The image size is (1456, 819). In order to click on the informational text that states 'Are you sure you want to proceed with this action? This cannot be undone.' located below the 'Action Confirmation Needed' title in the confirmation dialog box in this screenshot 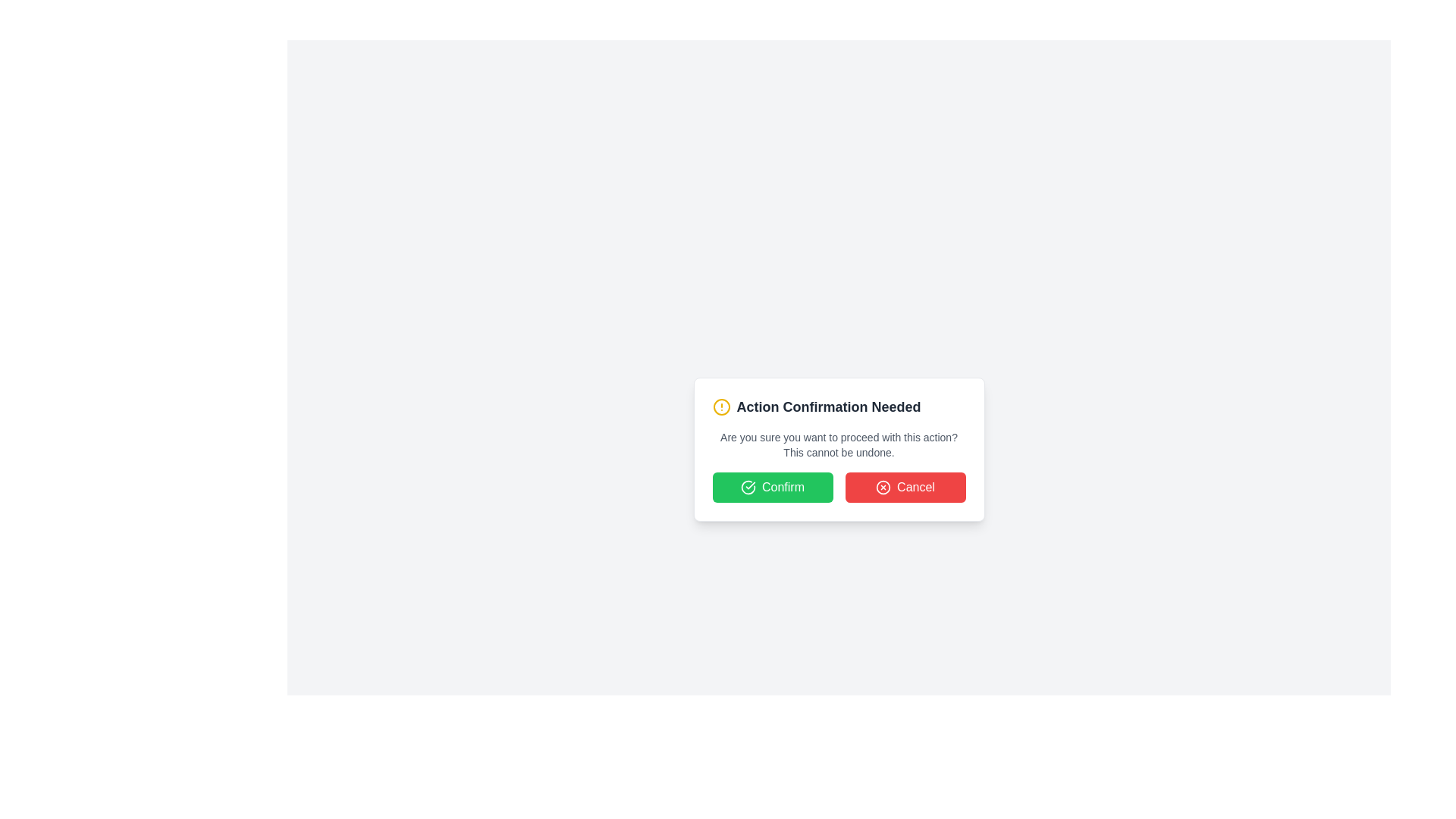, I will do `click(838, 444)`.